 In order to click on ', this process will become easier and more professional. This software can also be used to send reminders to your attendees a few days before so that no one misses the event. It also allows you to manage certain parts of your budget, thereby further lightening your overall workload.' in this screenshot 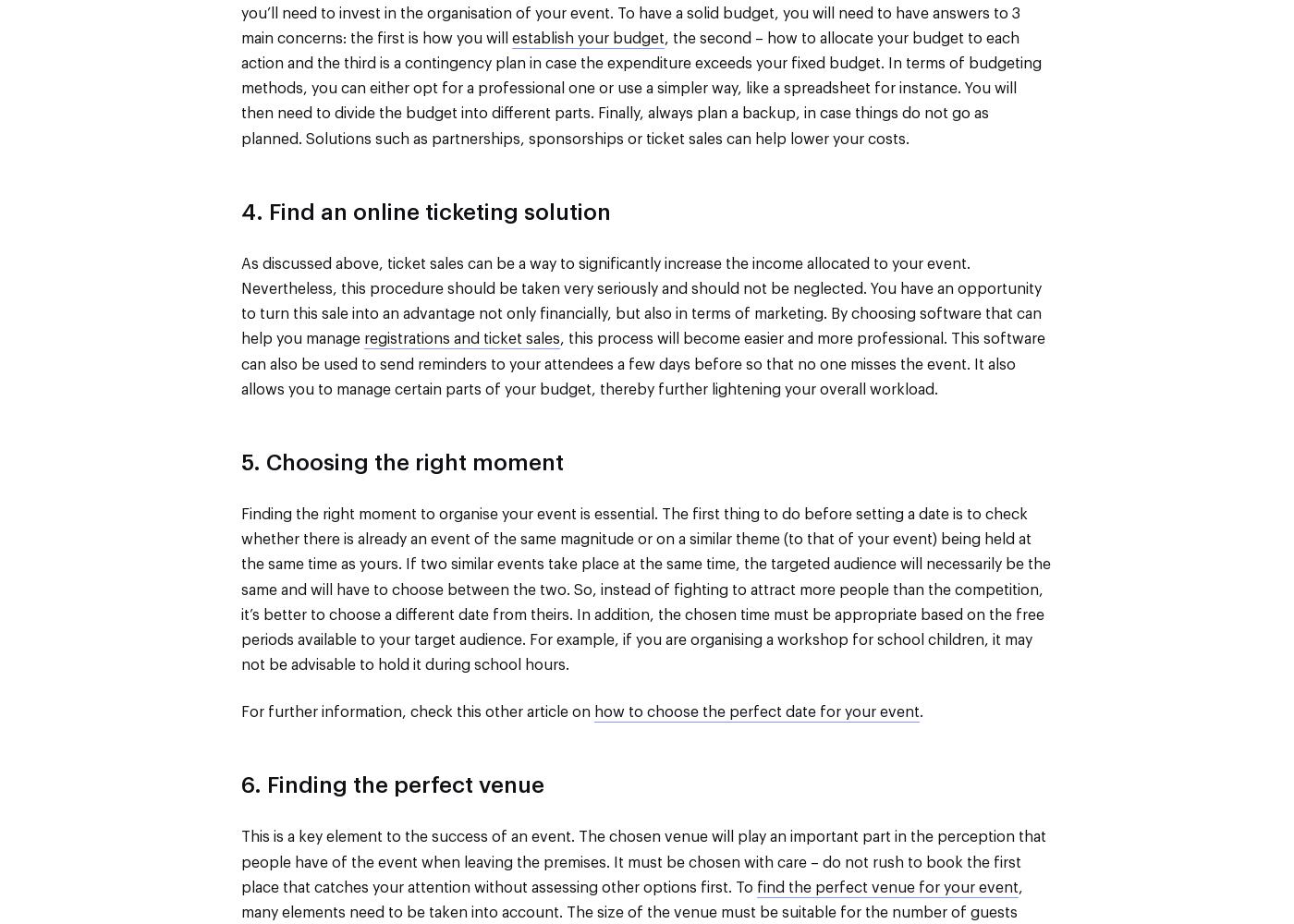, I will do `click(642, 364)`.